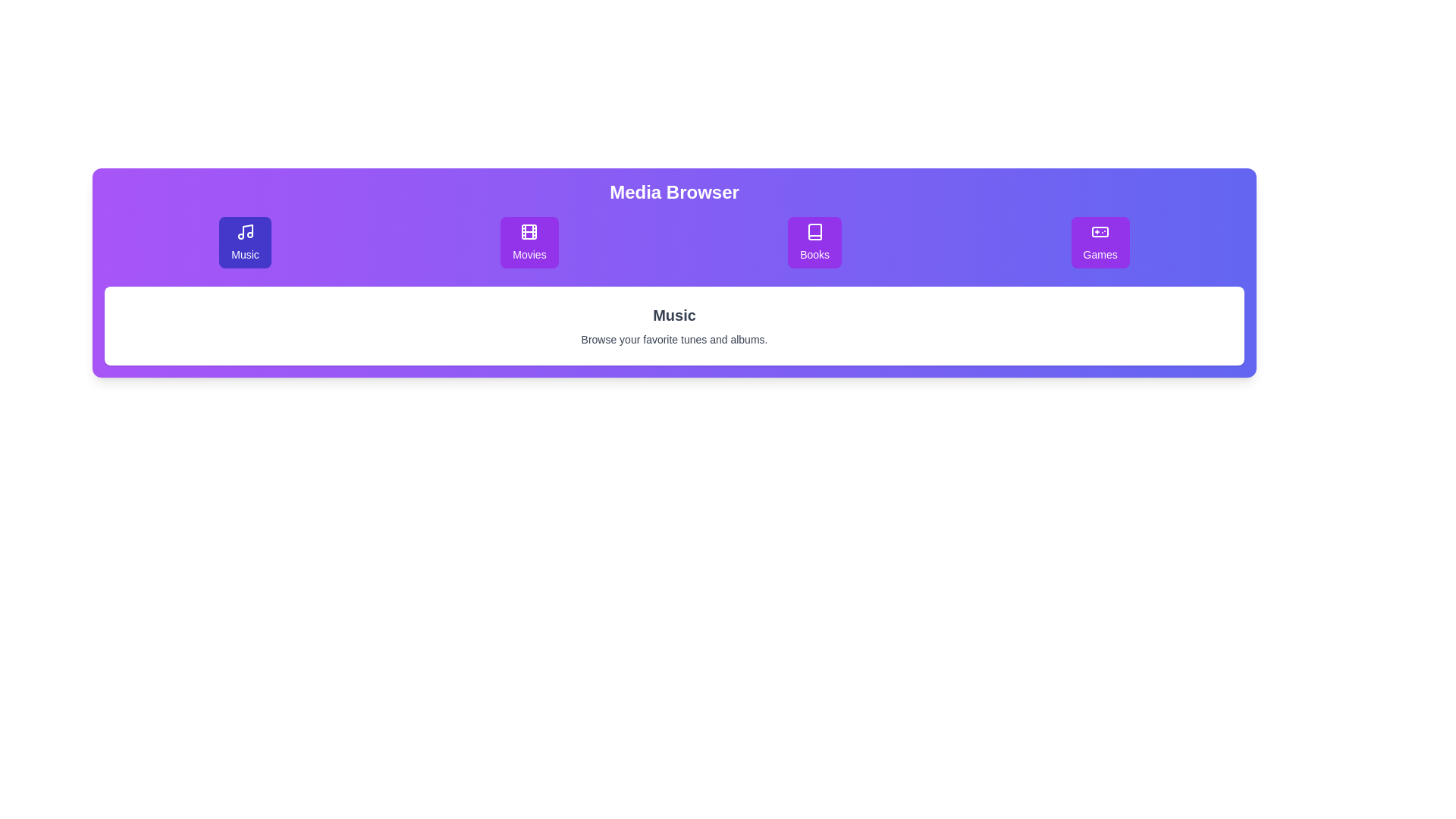 The image size is (1456, 819). What do you see at coordinates (529, 231) in the screenshot?
I see `the central rectangular shape of the 'Movies' icon, which represents a film strip's frame area` at bounding box center [529, 231].